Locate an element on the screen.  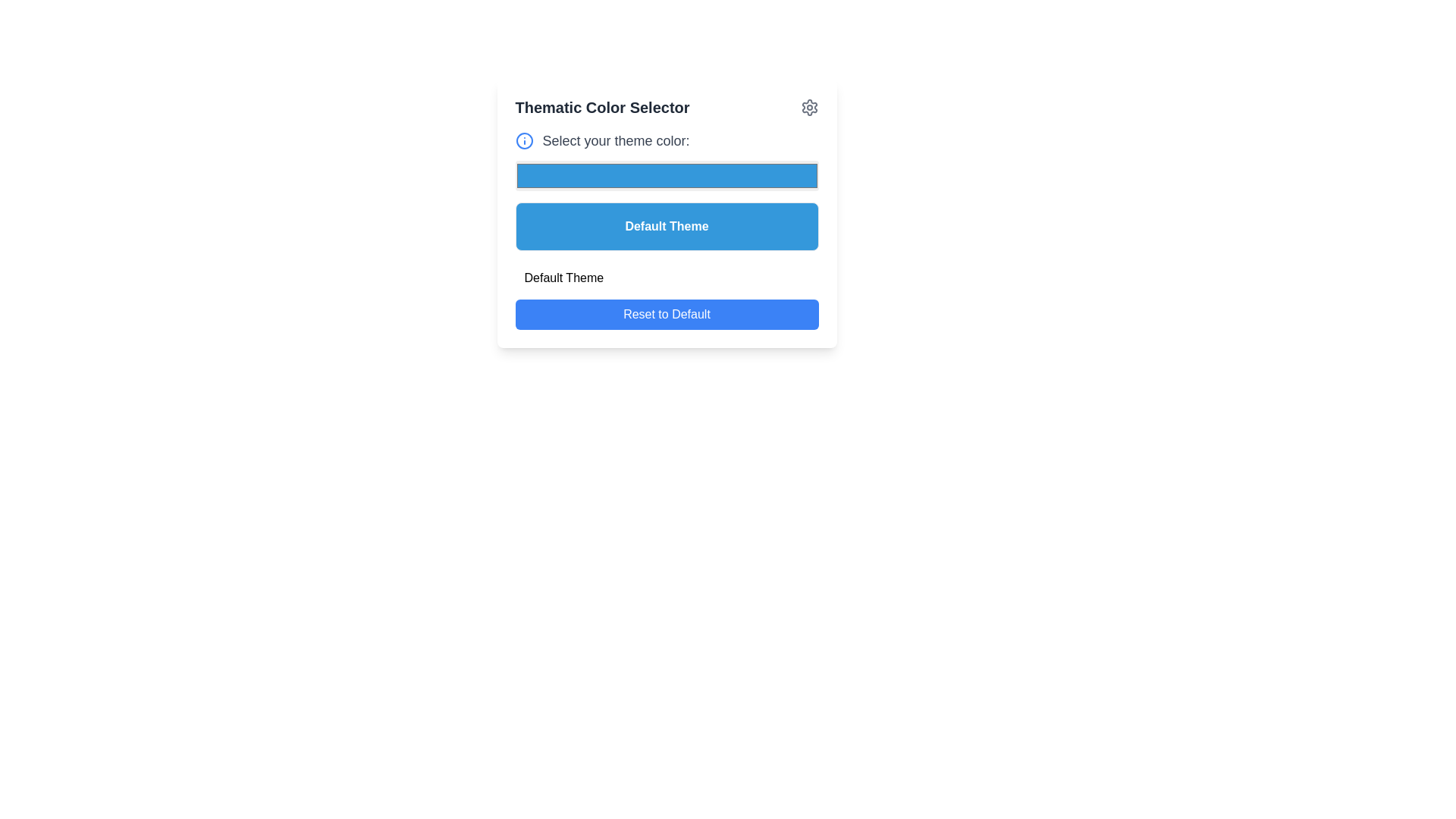
the title bar text of the thematic color selection interface is located at coordinates (667, 107).